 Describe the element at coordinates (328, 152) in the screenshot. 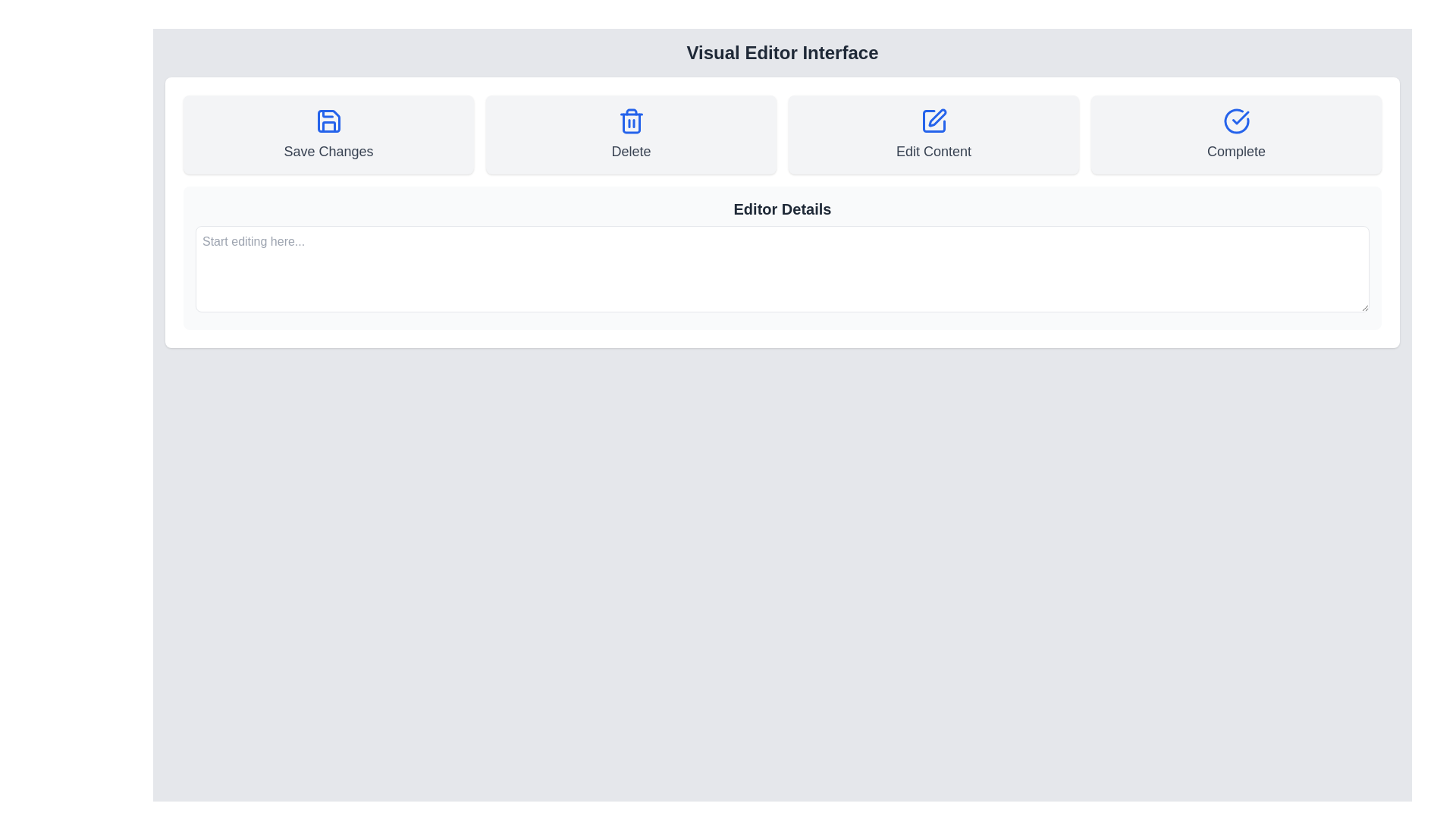

I see `'Save Changes' text label that indicates the functionality for saving changes, which is located within a rectangular card in the top-left section of the interface, below the associated icon` at that location.